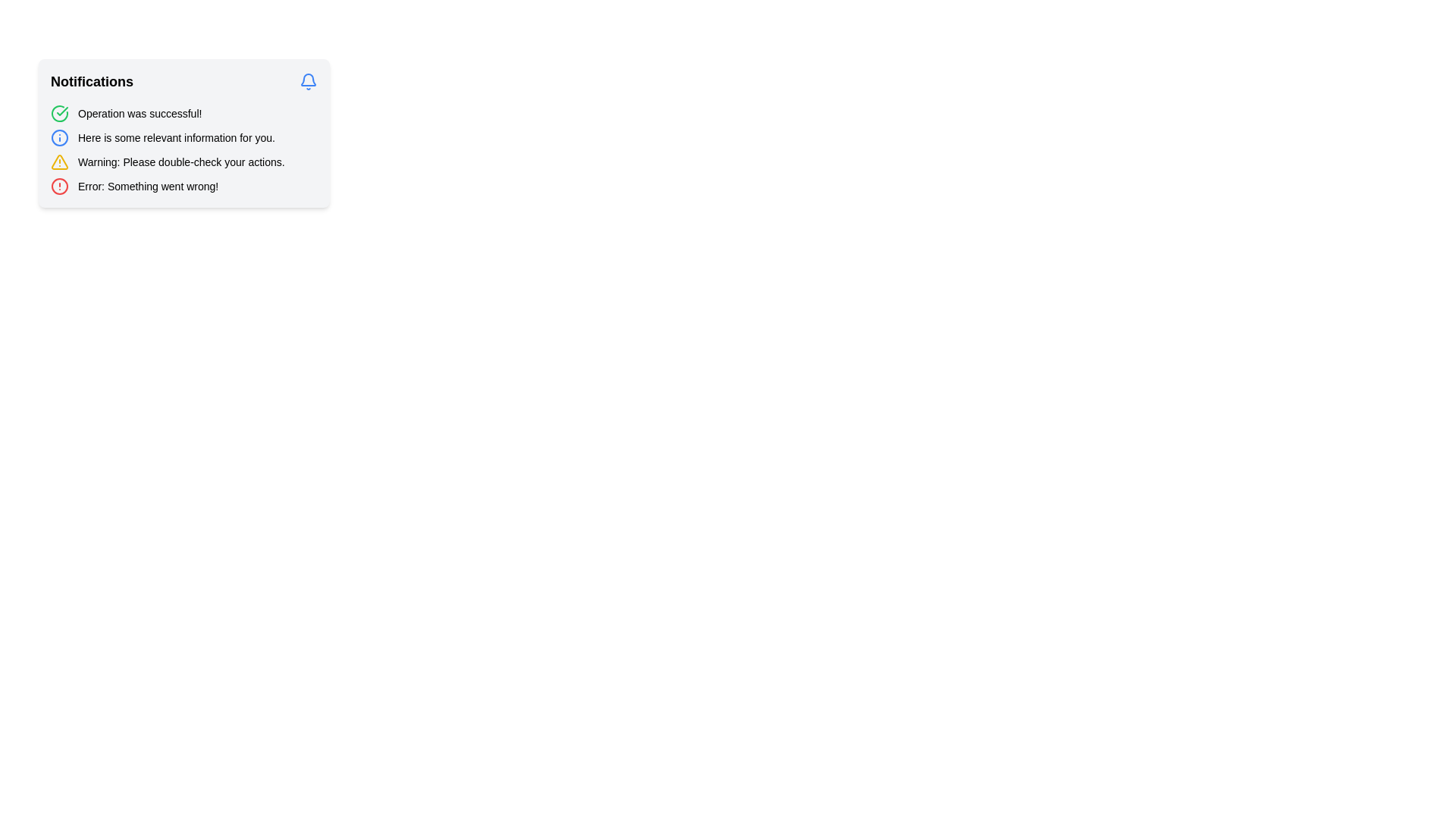 Image resolution: width=1456 pixels, height=819 pixels. What do you see at coordinates (184, 137) in the screenshot?
I see `the informational notification message displaying 'Here is some relevant information for you.' with a blue information icon` at bounding box center [184, 137].